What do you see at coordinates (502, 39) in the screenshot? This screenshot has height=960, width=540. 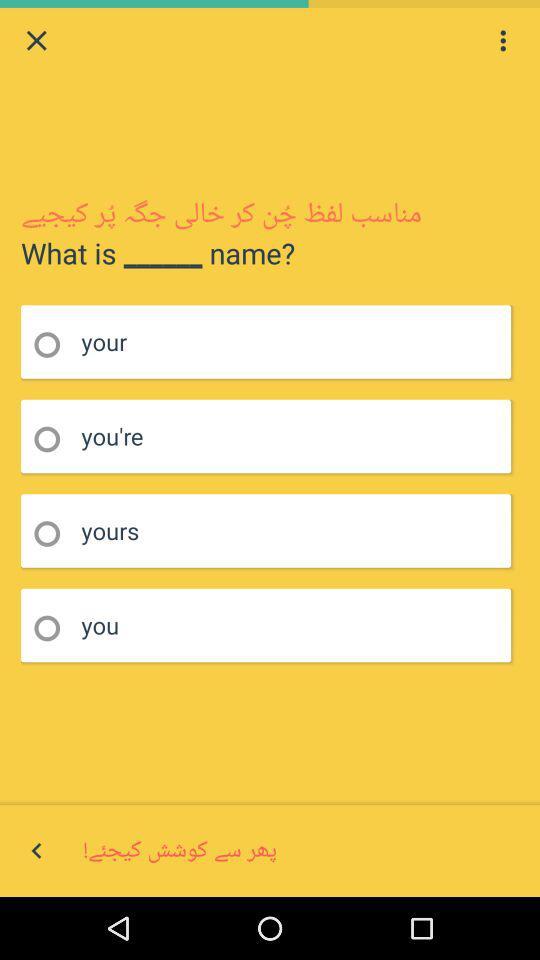 I see `setting` at bounding box center [502, 39].